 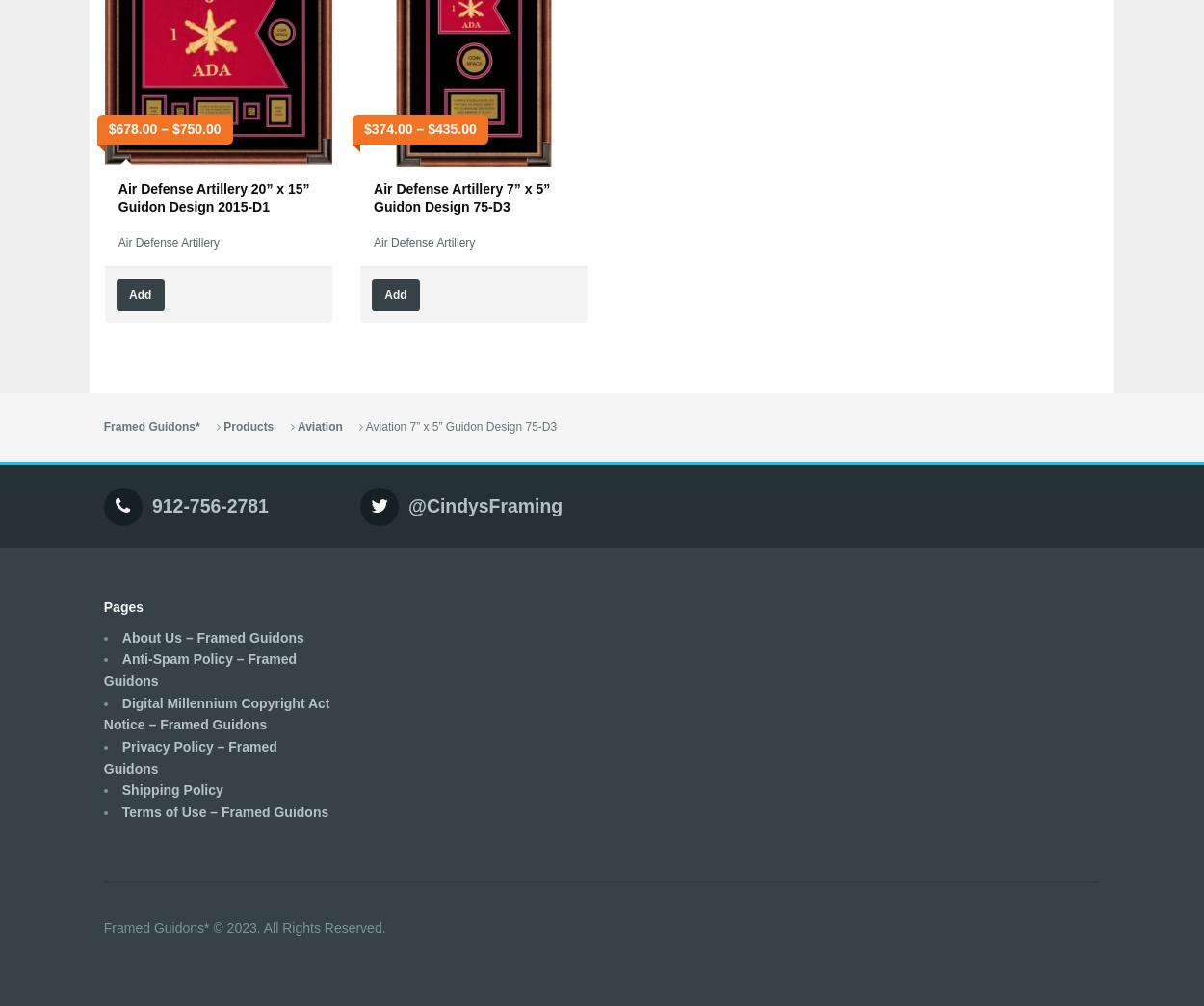 I want to click on 'Framed Guidons*', so click(x=151, y=425).